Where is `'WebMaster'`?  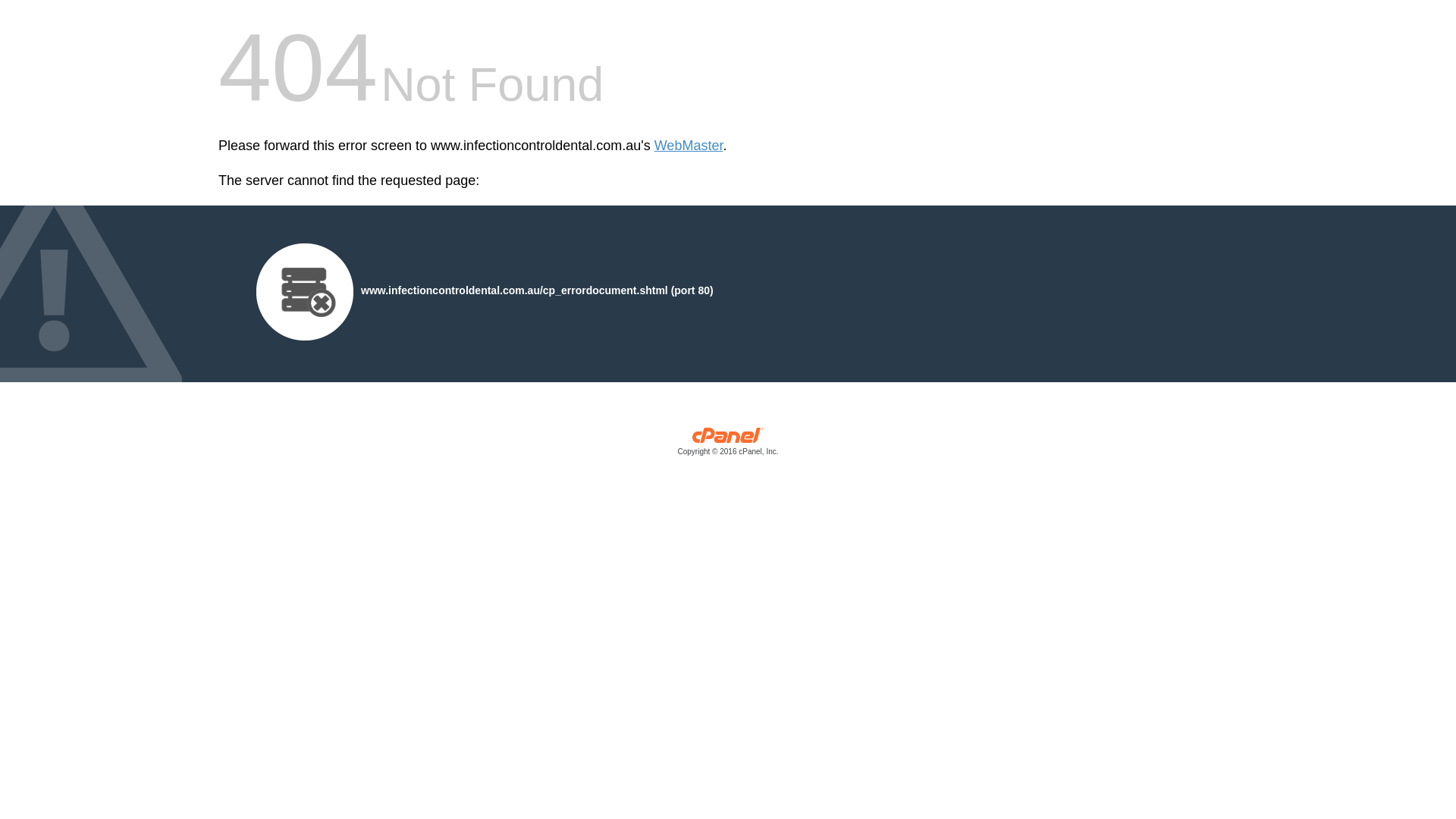 'WebMaster' is located at coordinates (654, 146).